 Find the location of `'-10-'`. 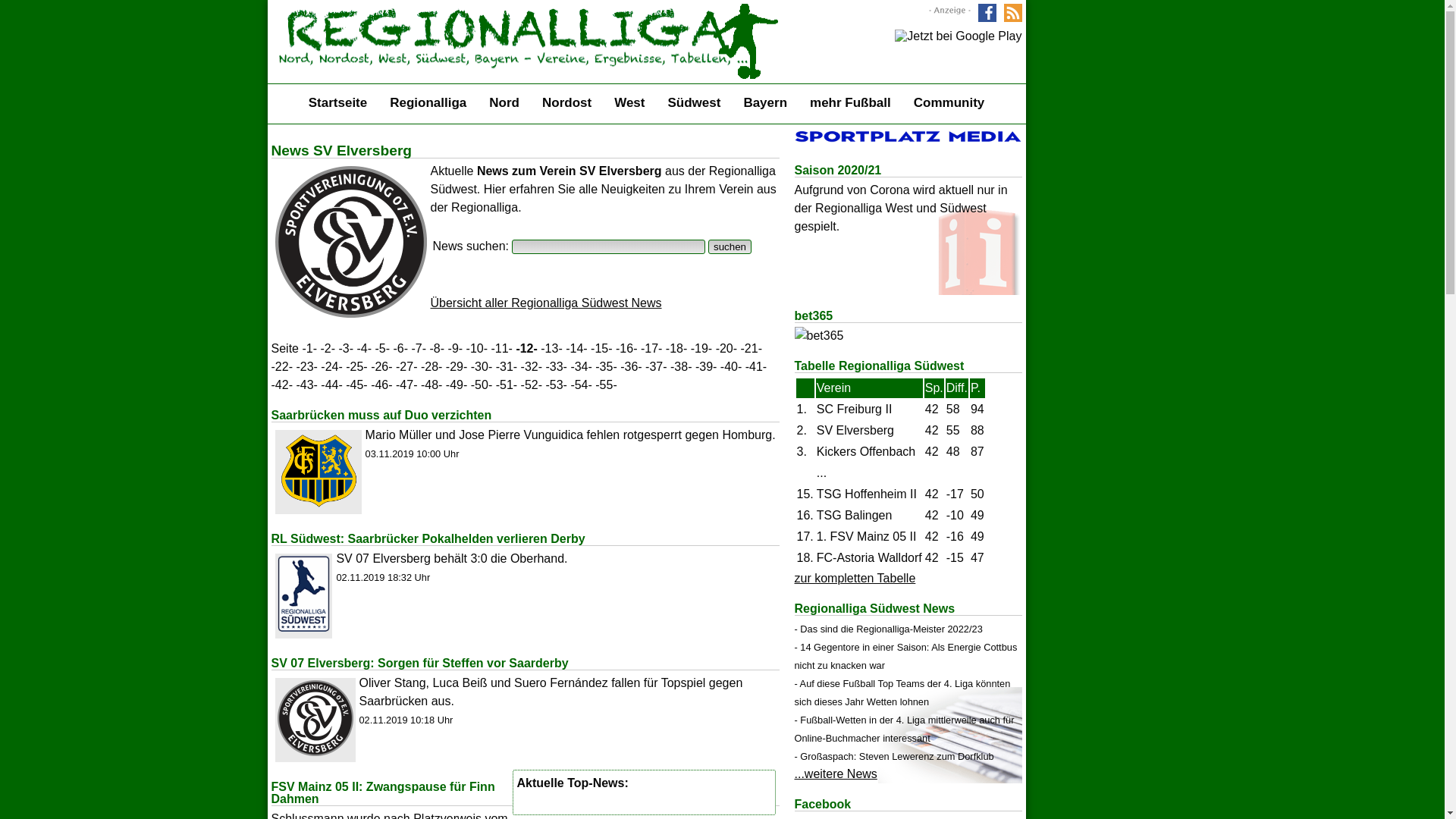

'-10-' is located at coordinates (475, 348).